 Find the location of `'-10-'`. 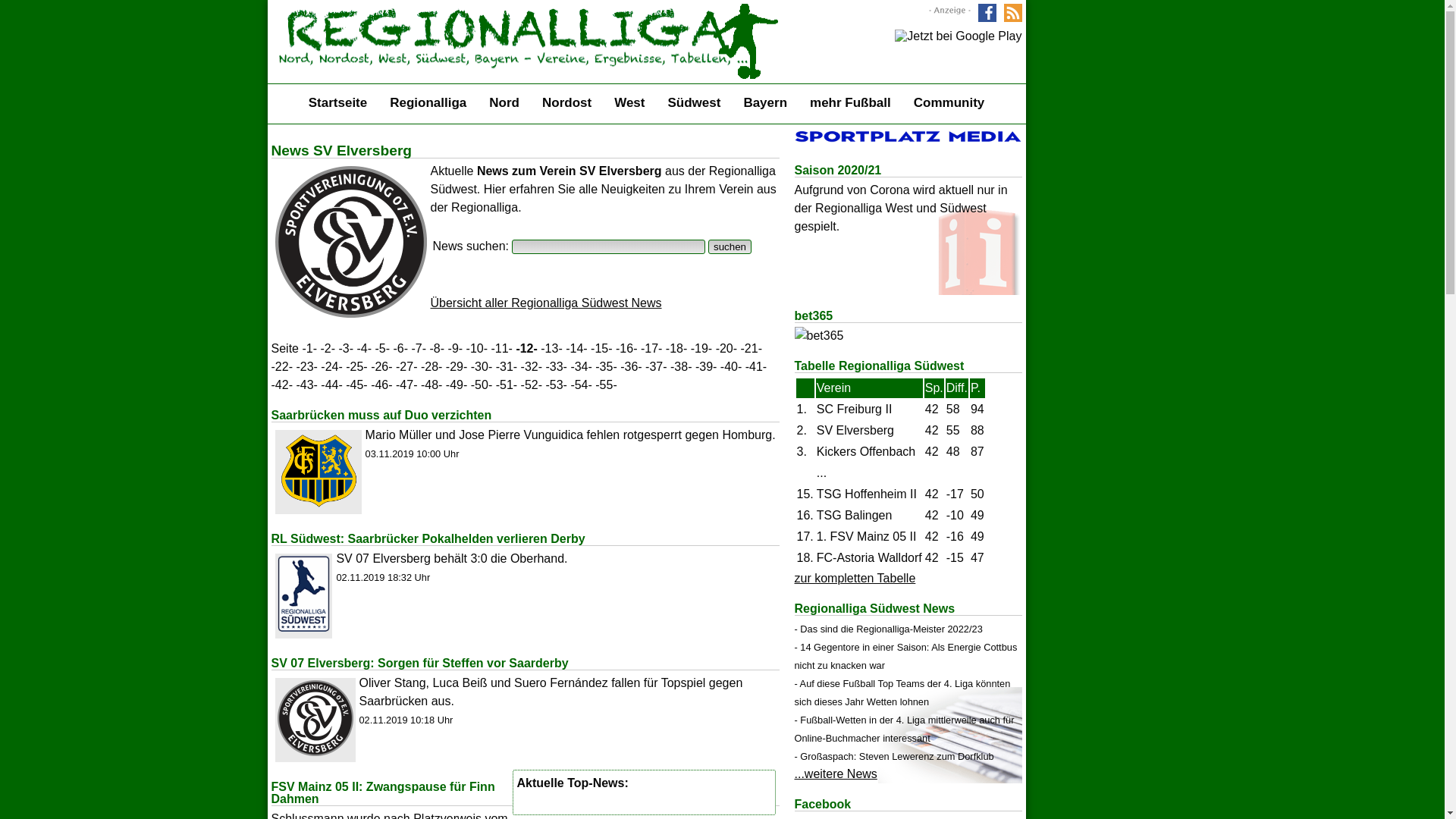

'-10-' is located at coordinates (475, 348).